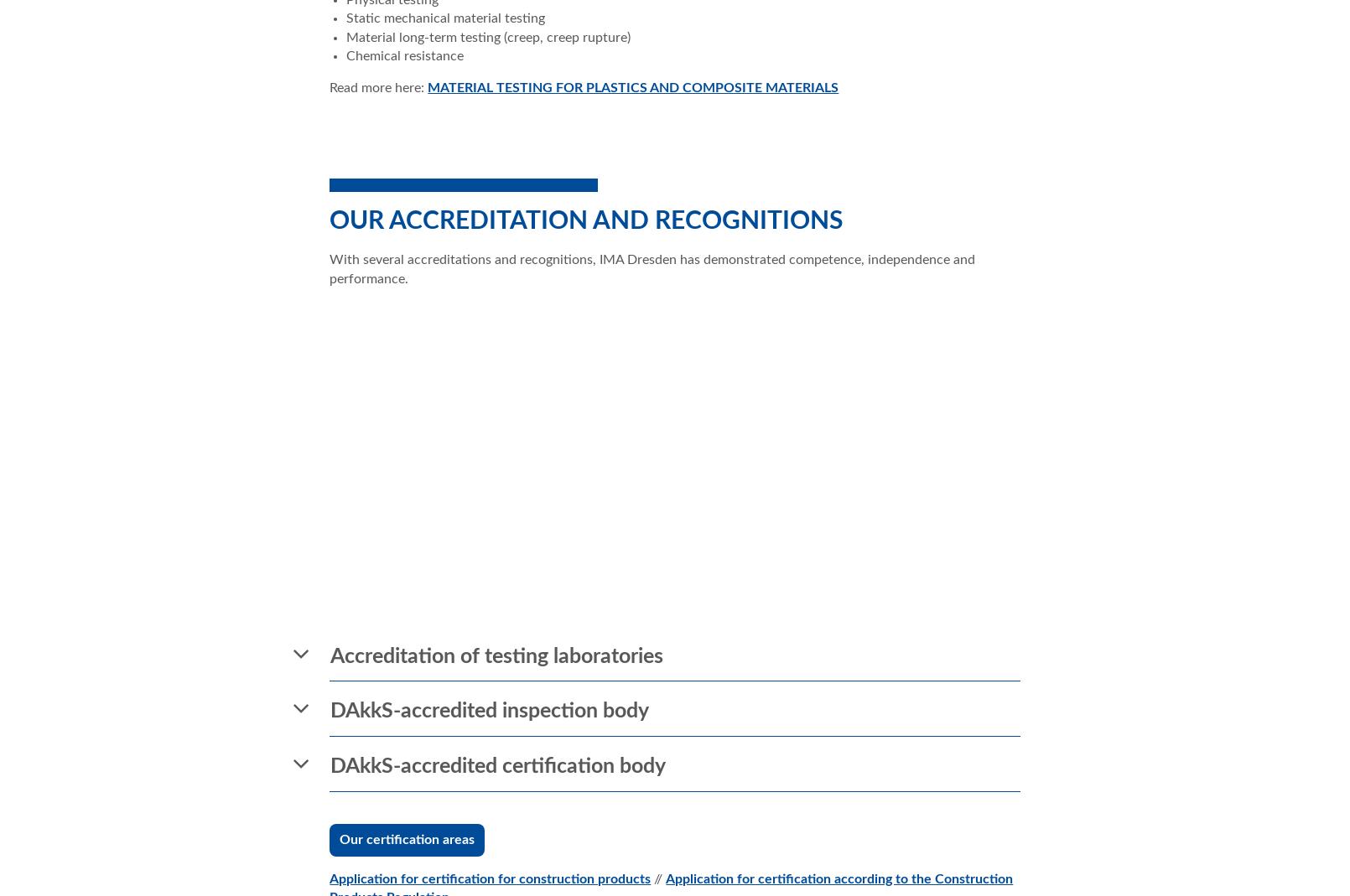 This screenshot has width=1350, height=896. I want to click on 'Material long-term testing (creep, creep rupture)', so click(488, 36).